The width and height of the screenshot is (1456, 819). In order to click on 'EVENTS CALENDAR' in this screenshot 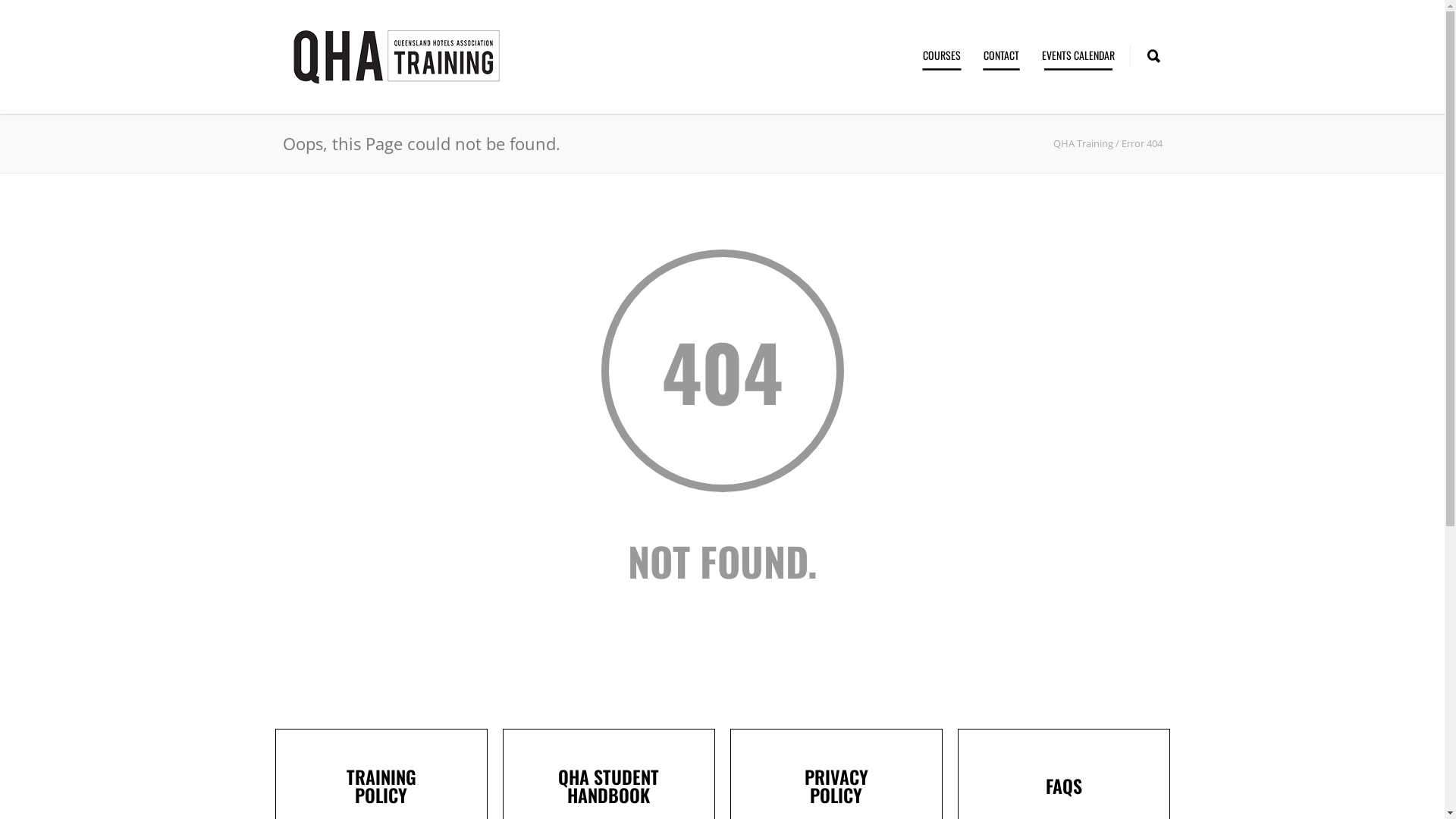, I will do `click(1076, 54)`.